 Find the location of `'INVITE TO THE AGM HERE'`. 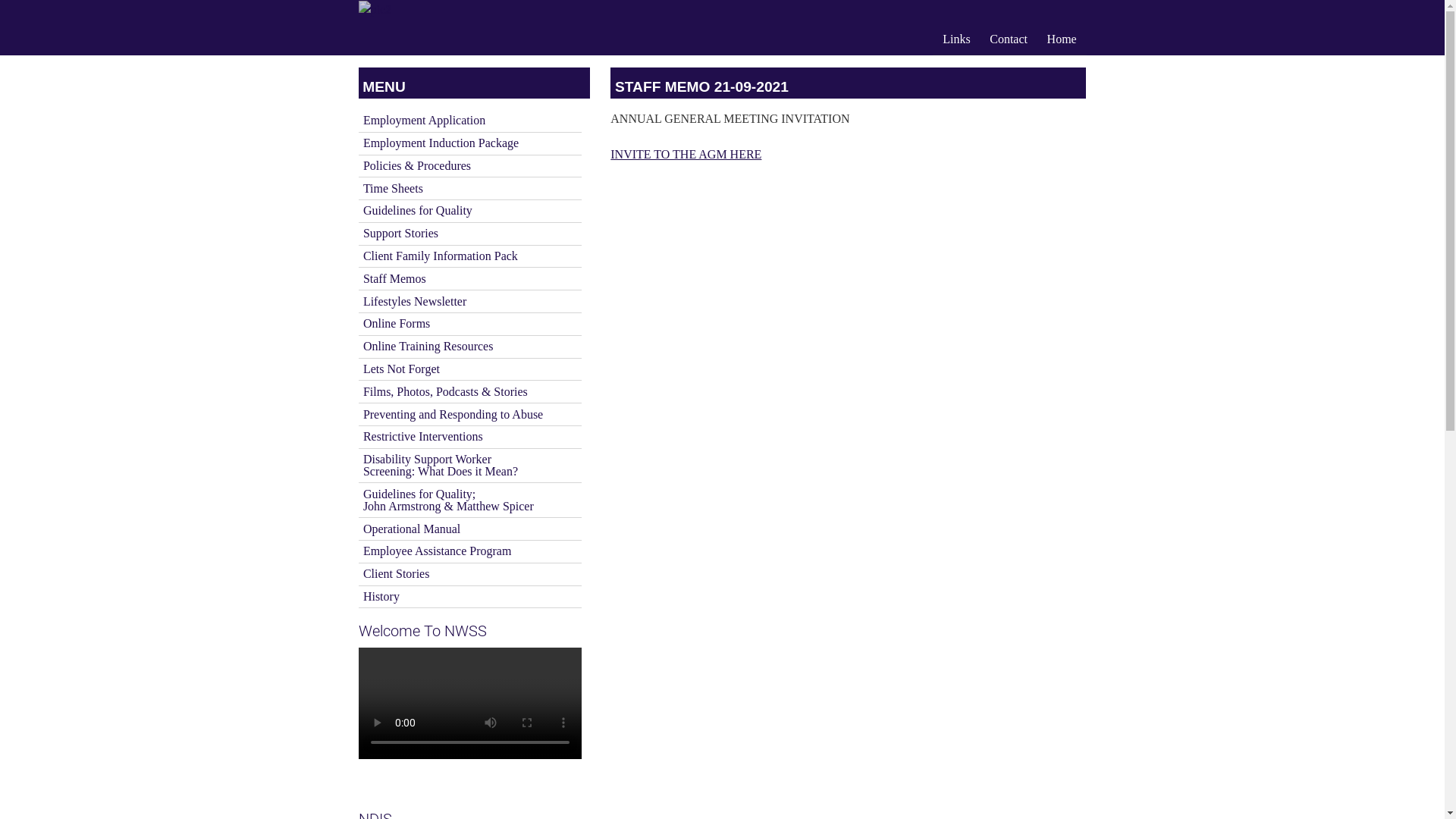

'INVITE TO THE AGM HERE' is located at coordinates (685, 154).